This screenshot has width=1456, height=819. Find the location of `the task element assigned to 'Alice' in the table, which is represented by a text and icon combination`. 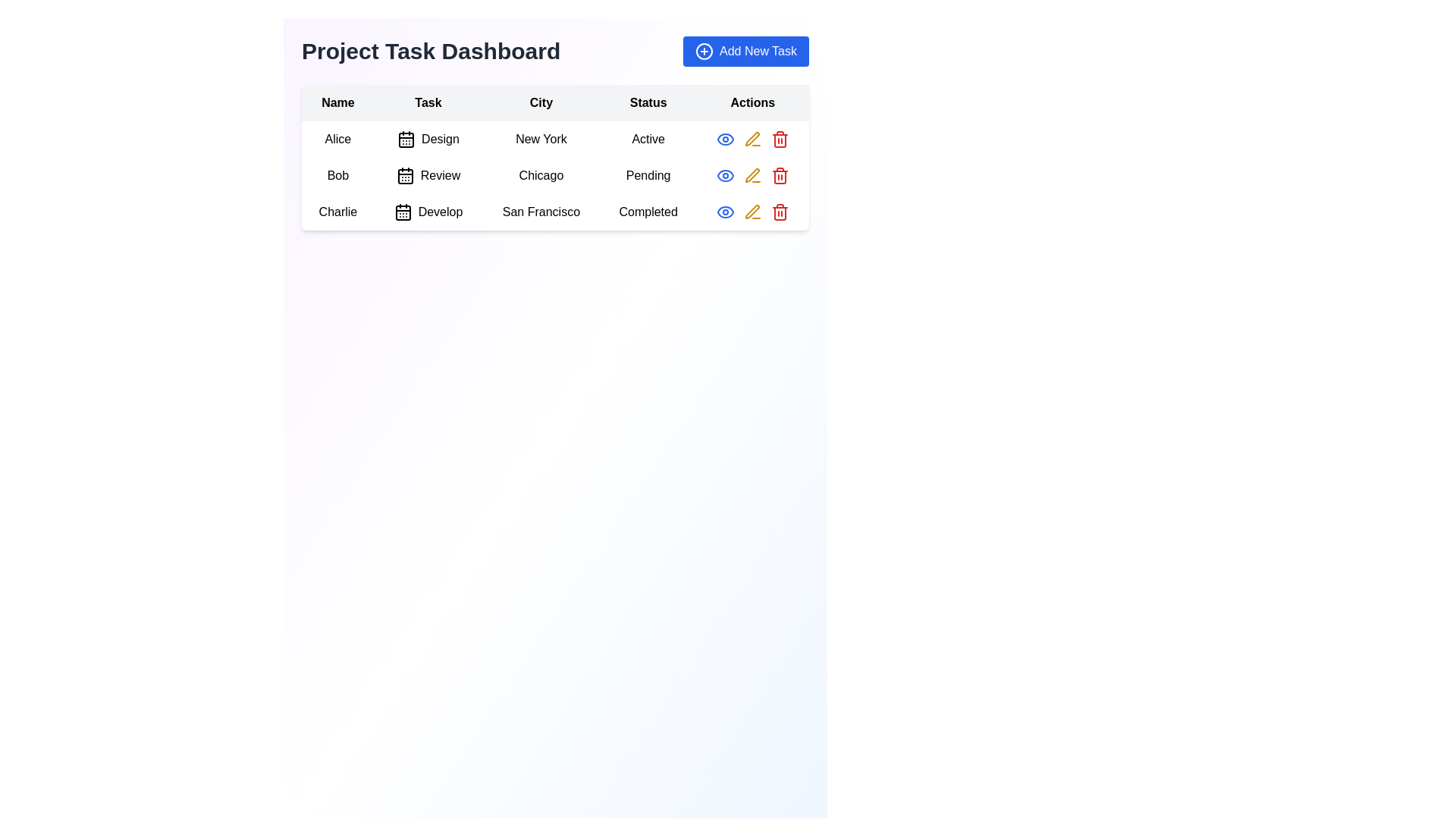

the task element assigned to 'Alice' in the table, which is represented by a text and icon combination is located at coordinates (428, 140).